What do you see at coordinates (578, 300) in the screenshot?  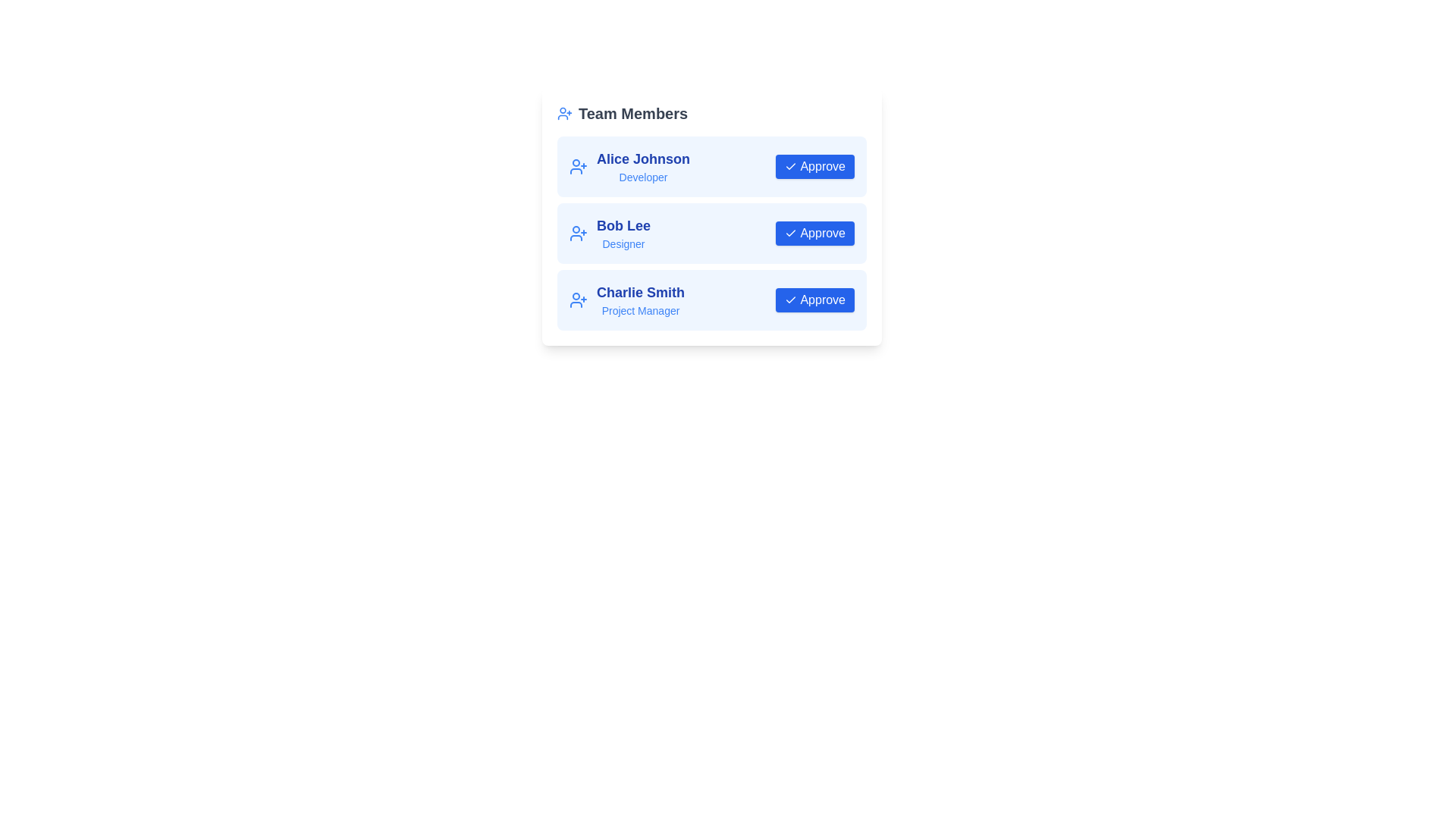 I see `the user silhouette icon with an addition symbol next to it, which is styled in blue and located on the 'Charlie Smith, Project Manager' card` at bounding box center [578, 300].